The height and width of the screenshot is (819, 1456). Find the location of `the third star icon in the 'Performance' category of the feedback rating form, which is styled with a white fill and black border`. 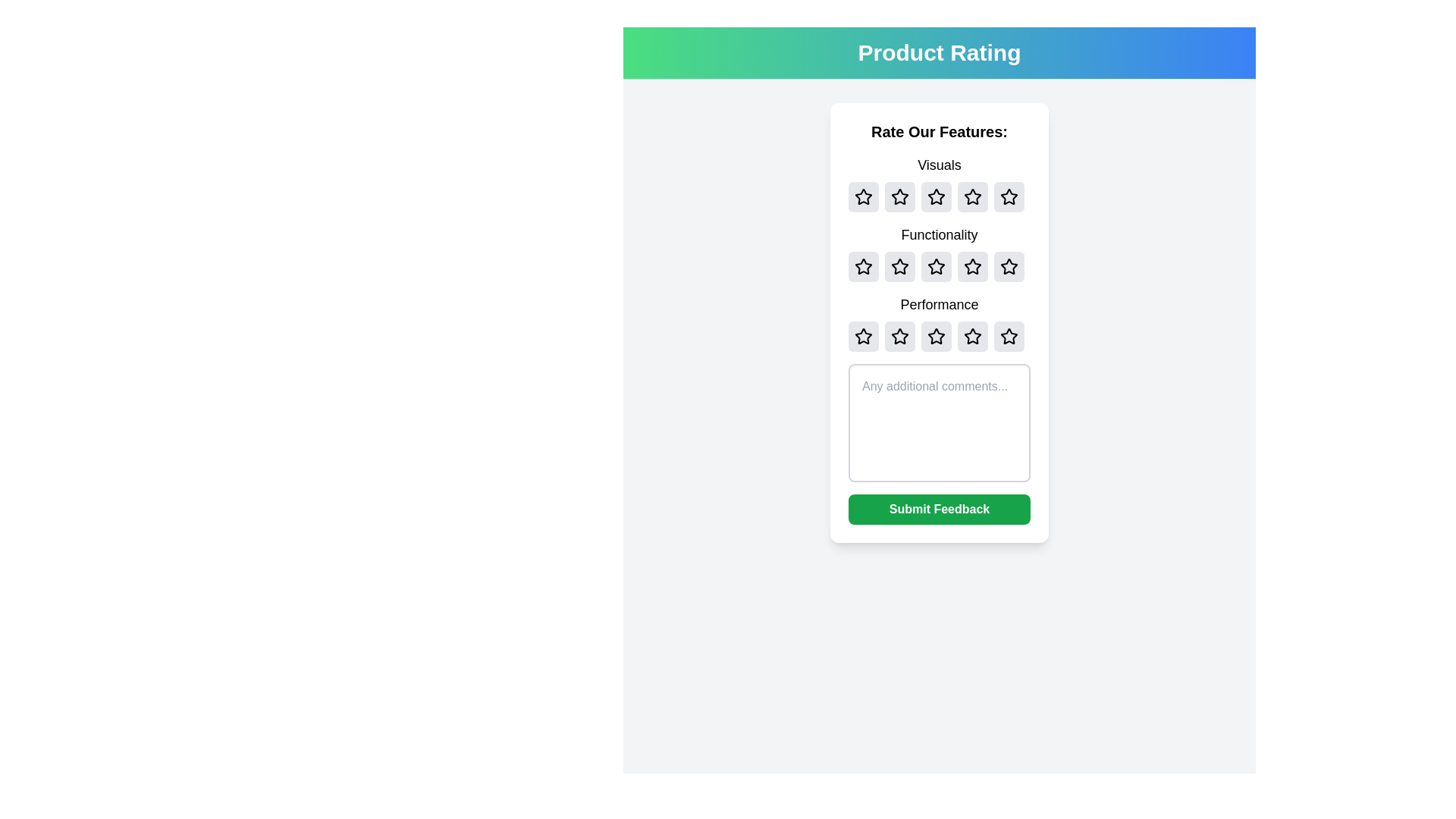

the third star icon in the 'Performance' category of the feedback rating form, which is styled with a white fill and black border is located at coordinates (935, 335).